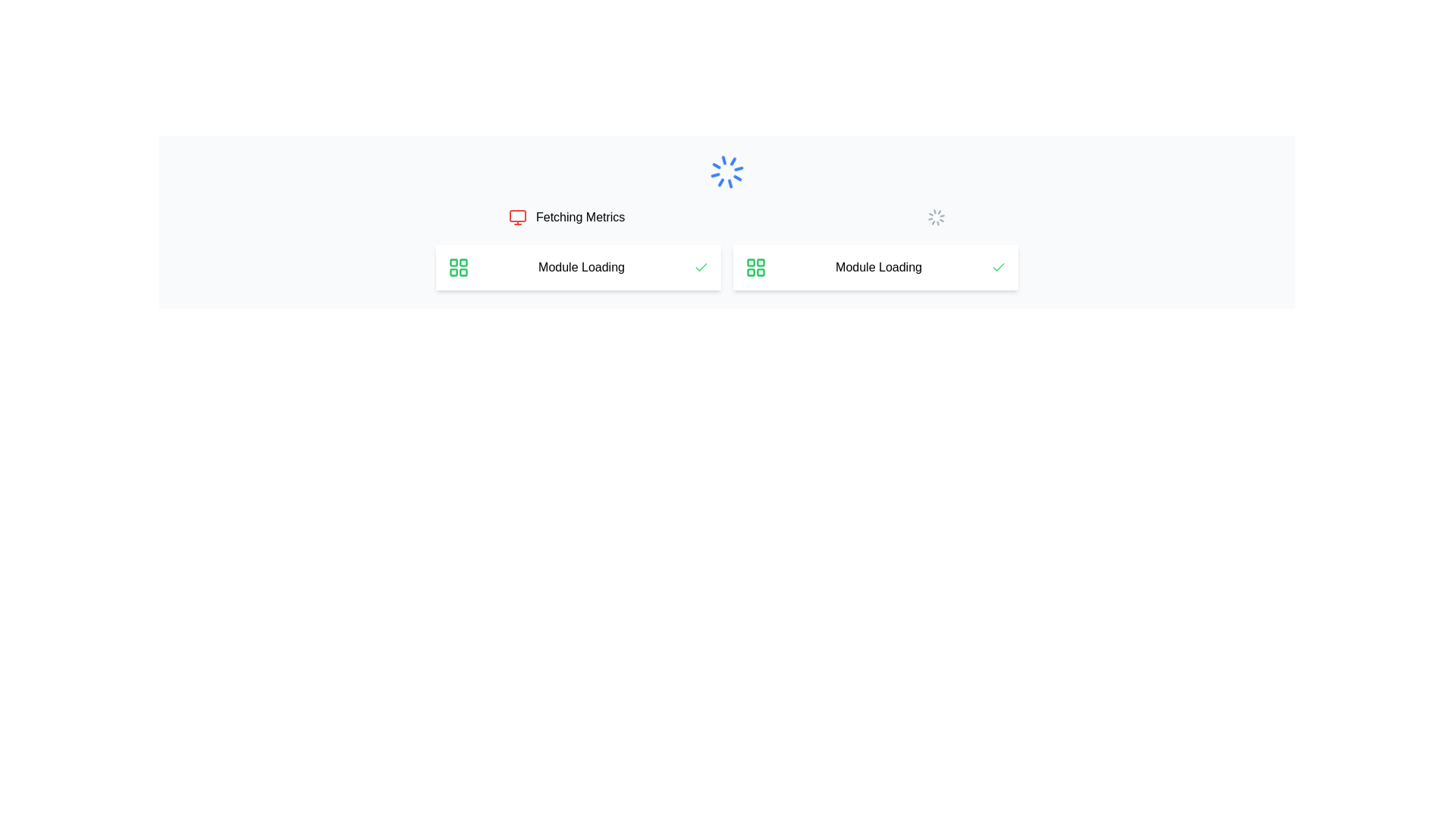 This screenshot has width=1456, height=819. I want to click on the centrally positioned Spinner or Loading Indicator that indicates an ongoing process, located above the 'Module Loading' sections, so click(726, 171).